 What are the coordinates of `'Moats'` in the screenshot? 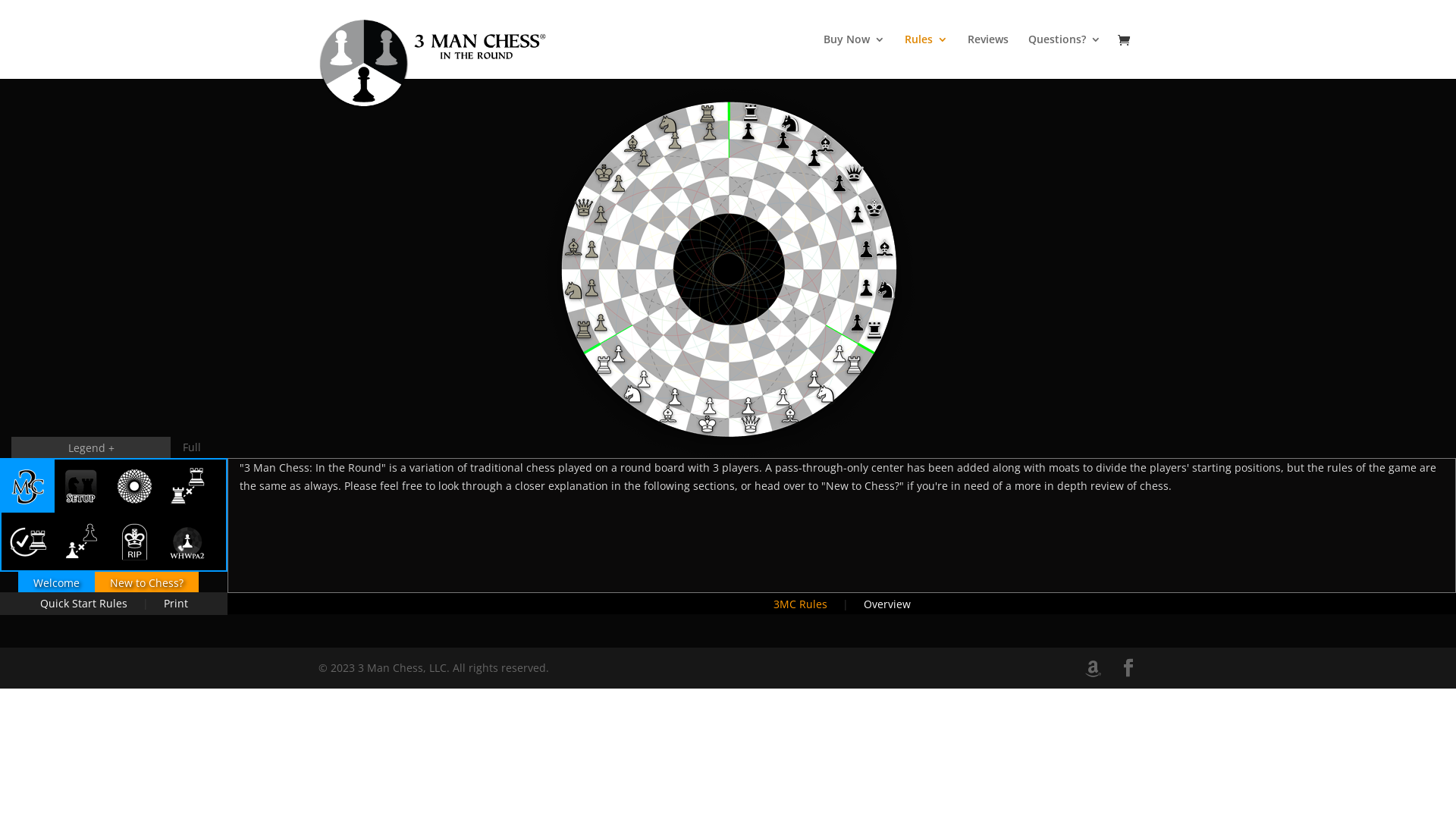 It's located at (186, 485).